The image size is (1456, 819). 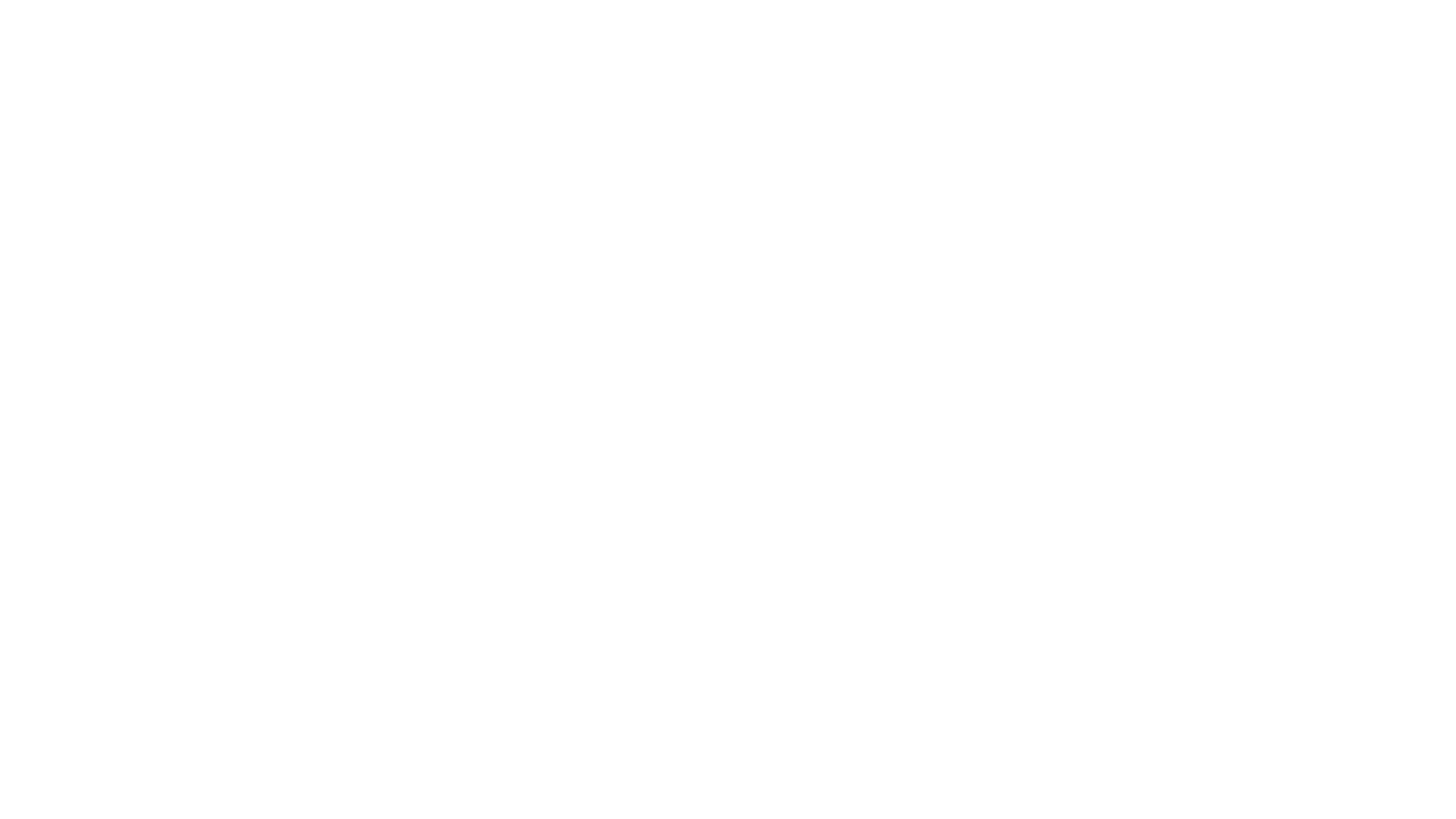 What do you see at coordinates (1343, 34) in the screenshot?
I see `Google apps` at bounding box center [1343, 34].